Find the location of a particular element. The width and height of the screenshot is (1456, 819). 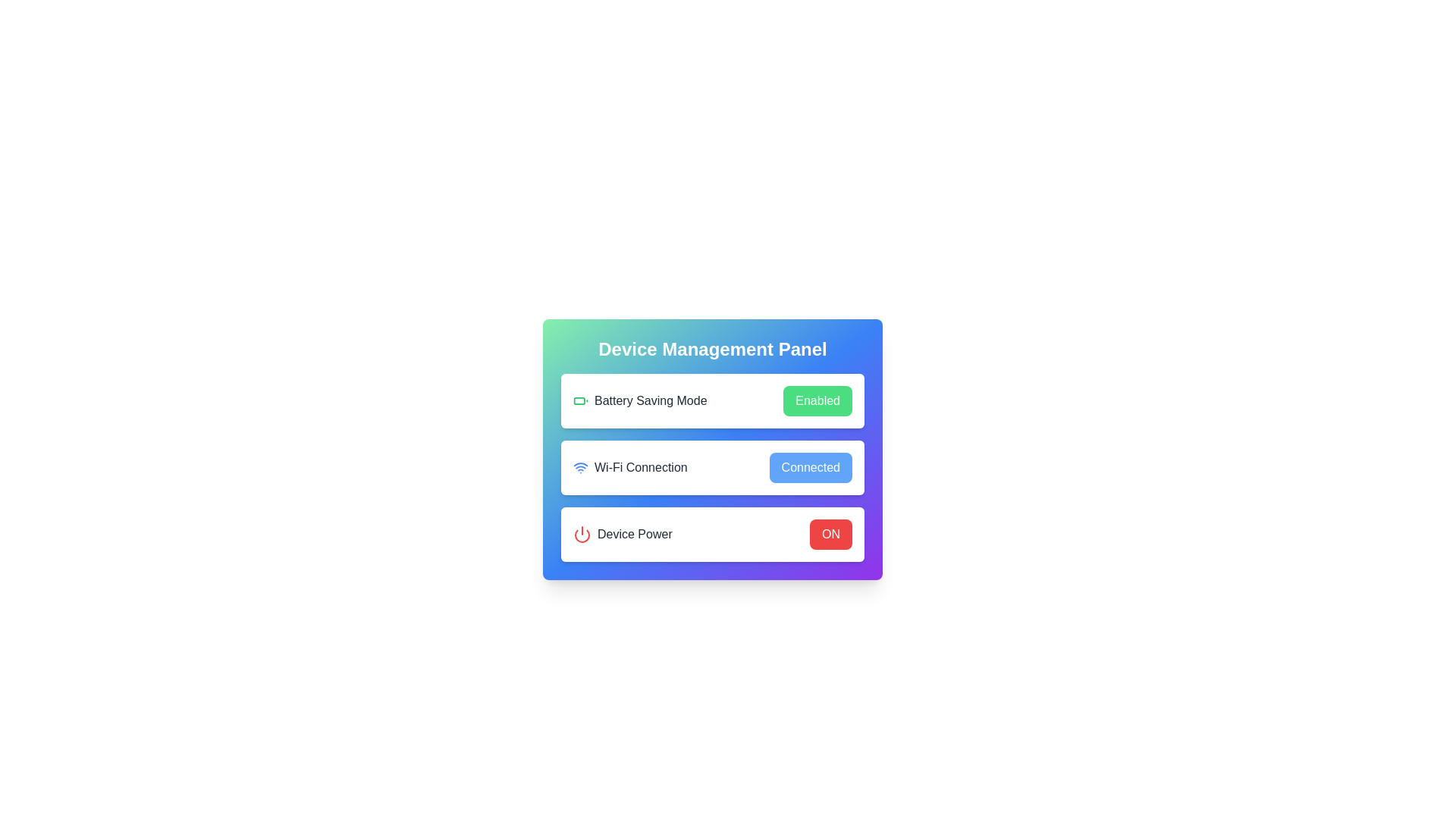

the Wi-Fi connection status icon located in the top-left corner of the 'Wi-Fi Connection' row, which precedes the textual label is located at coordinates (580, 467).